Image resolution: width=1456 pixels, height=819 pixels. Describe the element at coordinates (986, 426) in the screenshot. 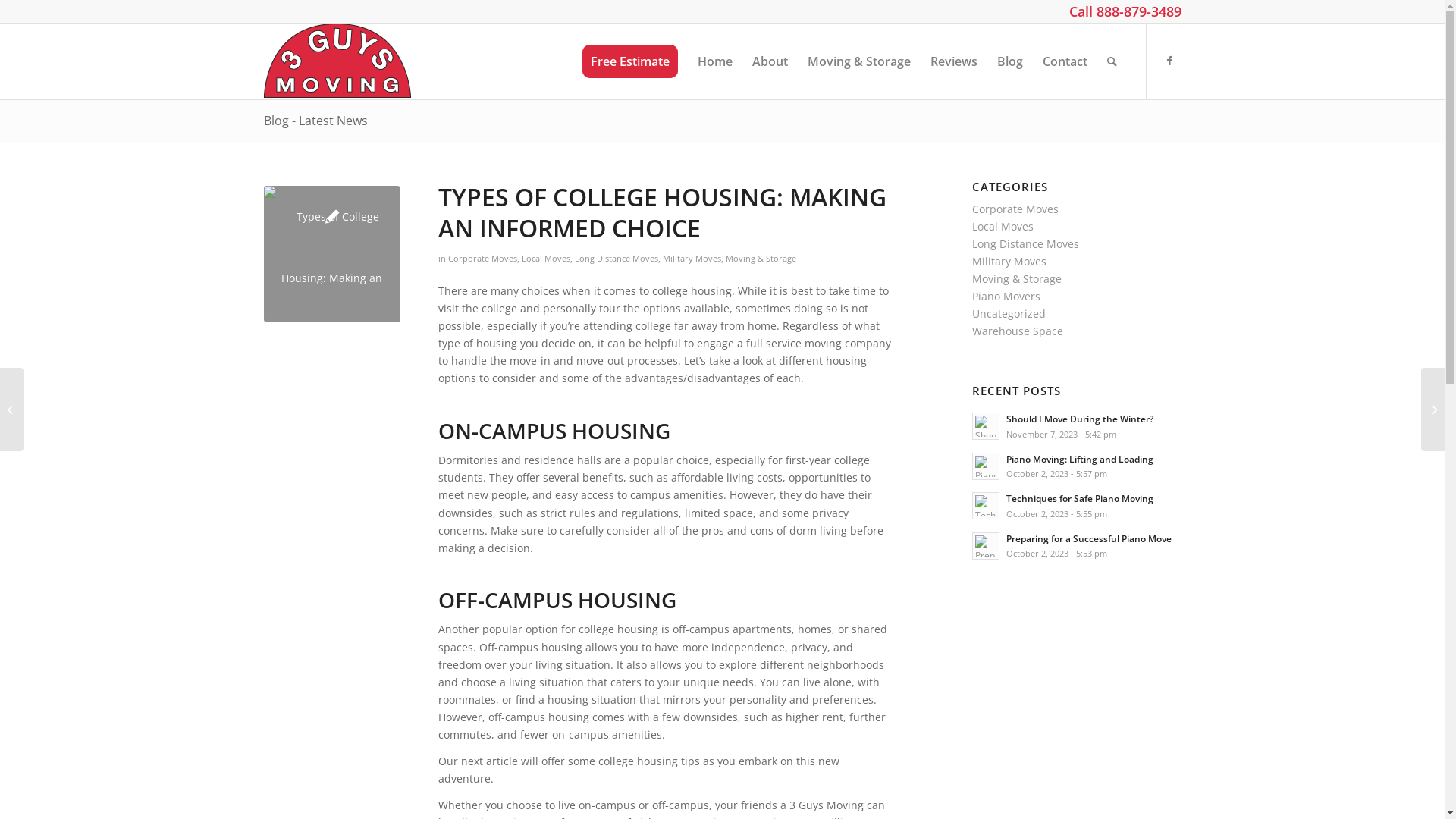

I see `'Read: Should I Move During the Winter?'` at that location.